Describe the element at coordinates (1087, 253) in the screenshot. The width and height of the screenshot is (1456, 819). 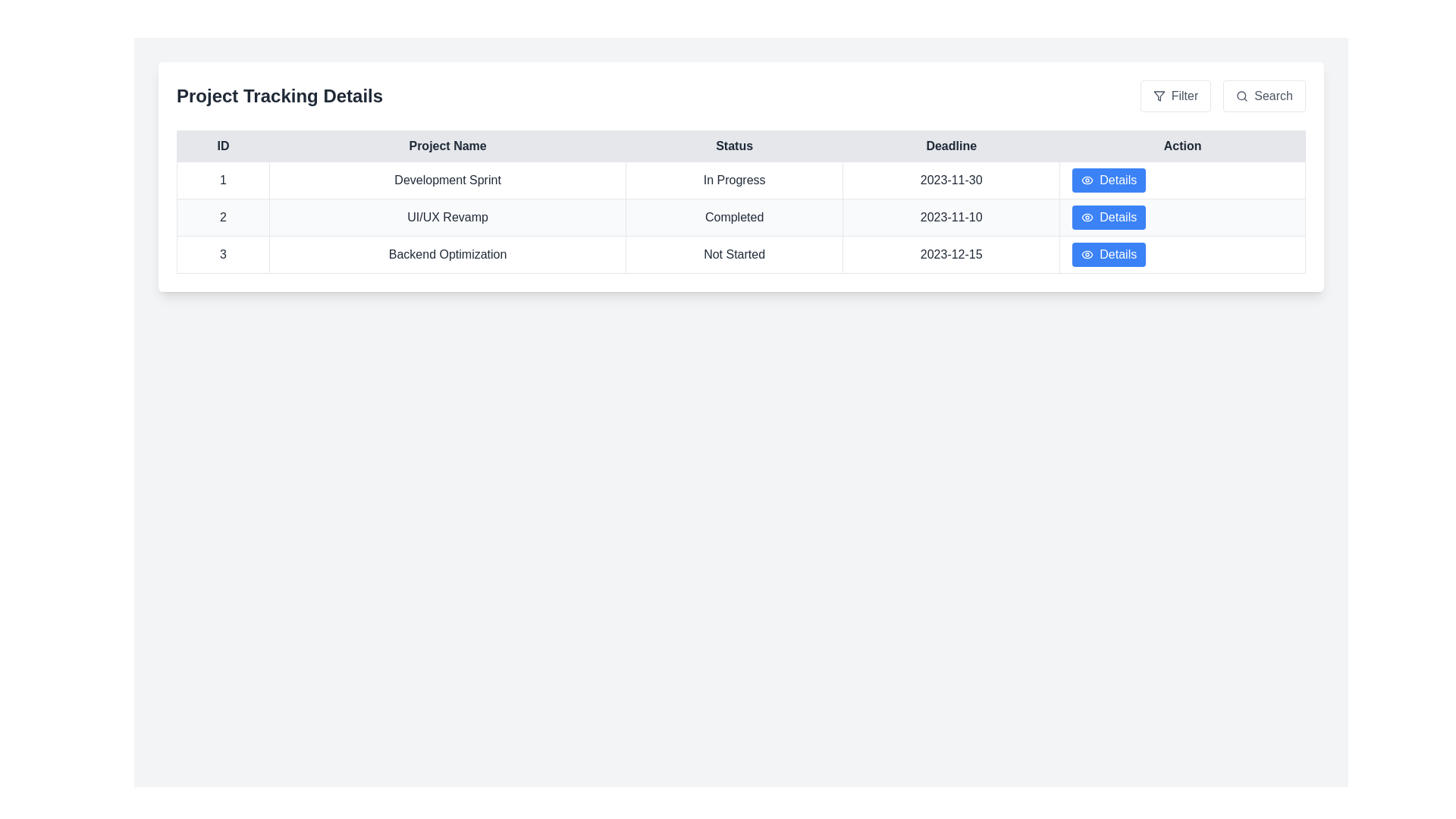
I see `the eye icon within the 'Details' button in the 'Action' column of the table, corresponding to the 'Backend Optimization' row` at that location.